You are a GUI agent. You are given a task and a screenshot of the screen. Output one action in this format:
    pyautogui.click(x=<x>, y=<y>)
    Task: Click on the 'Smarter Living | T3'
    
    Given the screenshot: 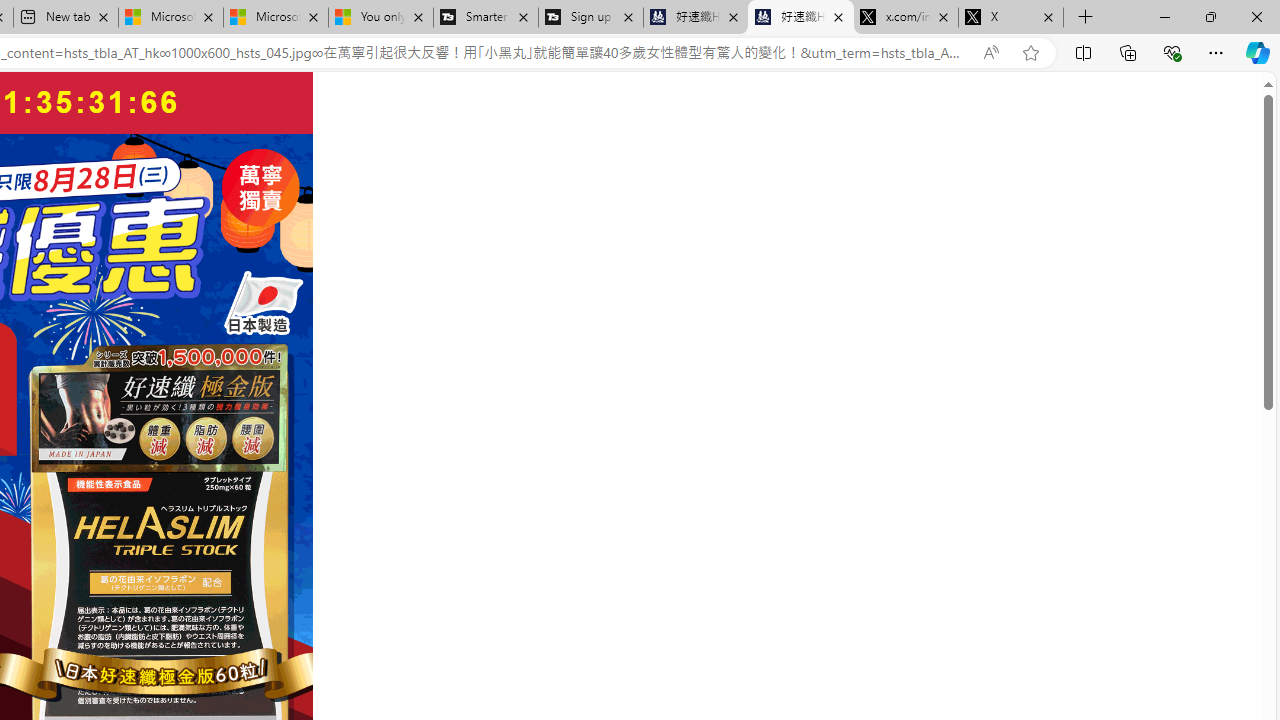 What is the action you would take?
    pyautogui.click(x=485, y=17)
    